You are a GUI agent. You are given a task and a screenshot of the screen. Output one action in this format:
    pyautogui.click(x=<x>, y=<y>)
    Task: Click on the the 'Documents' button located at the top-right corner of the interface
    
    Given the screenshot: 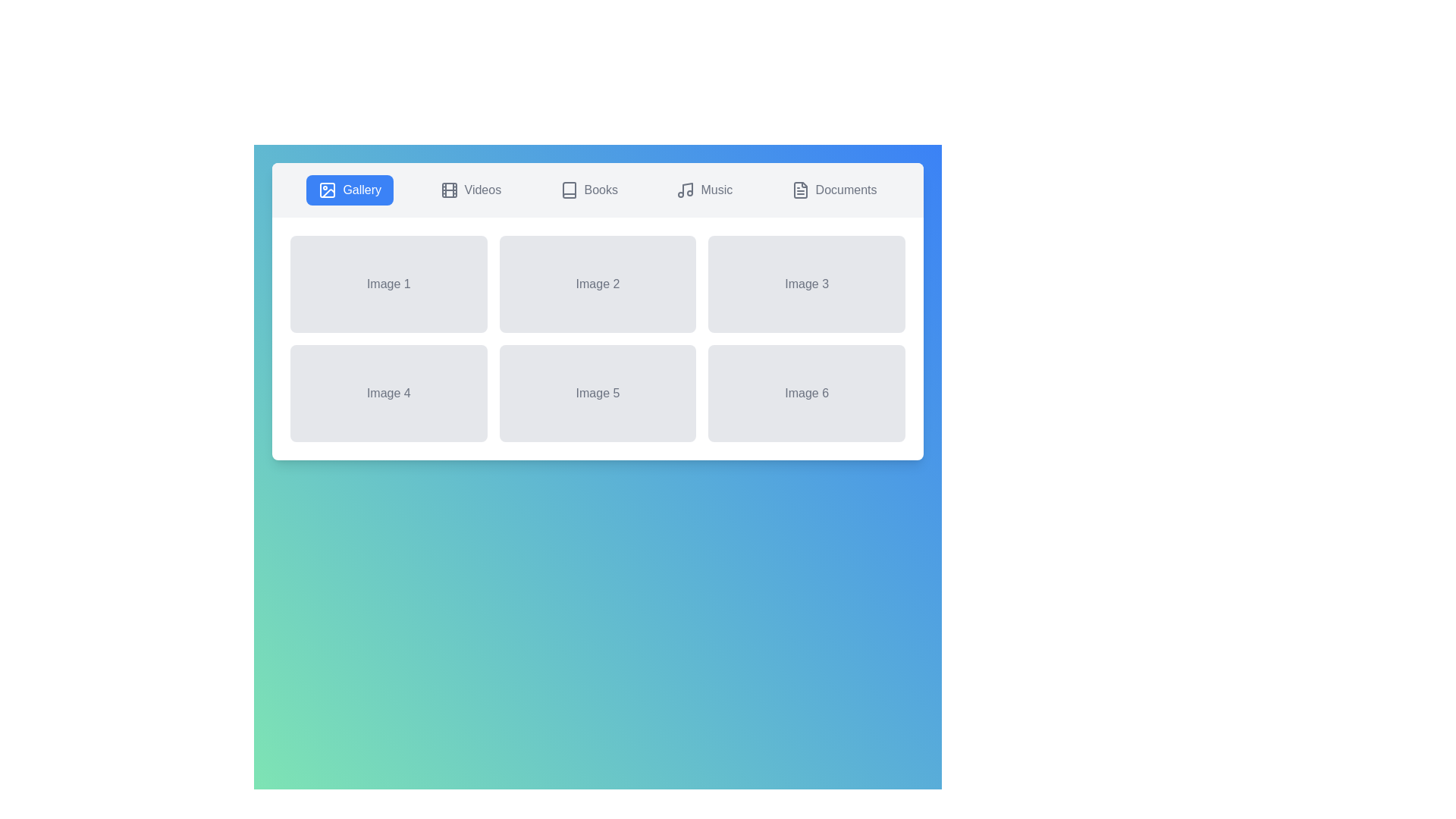 What is the action you would take?
    pyautogui.click(x=833, y=189)
    